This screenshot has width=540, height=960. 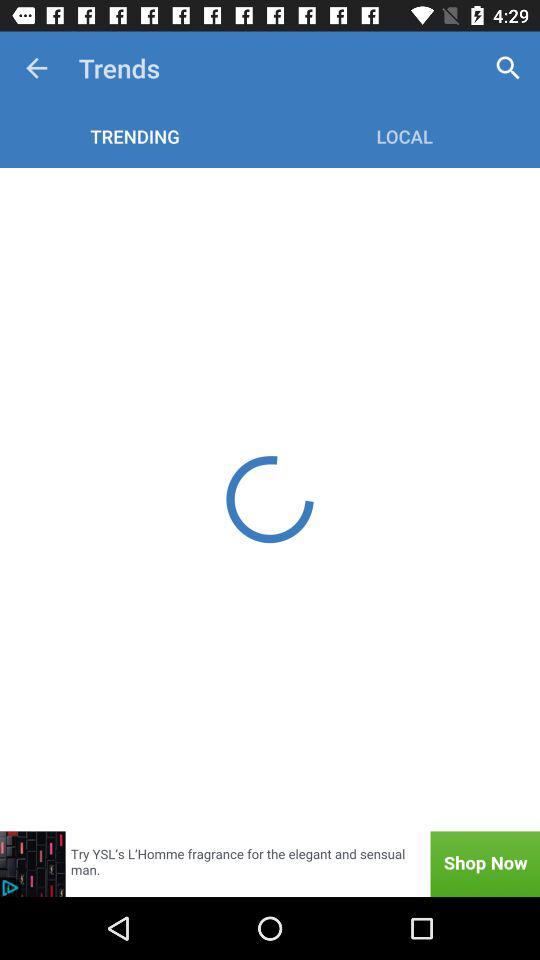 What do you see at coordinates (270, 863) in the screenshot?
I see `shop ysl fragance` at bounding box center [270, 863].